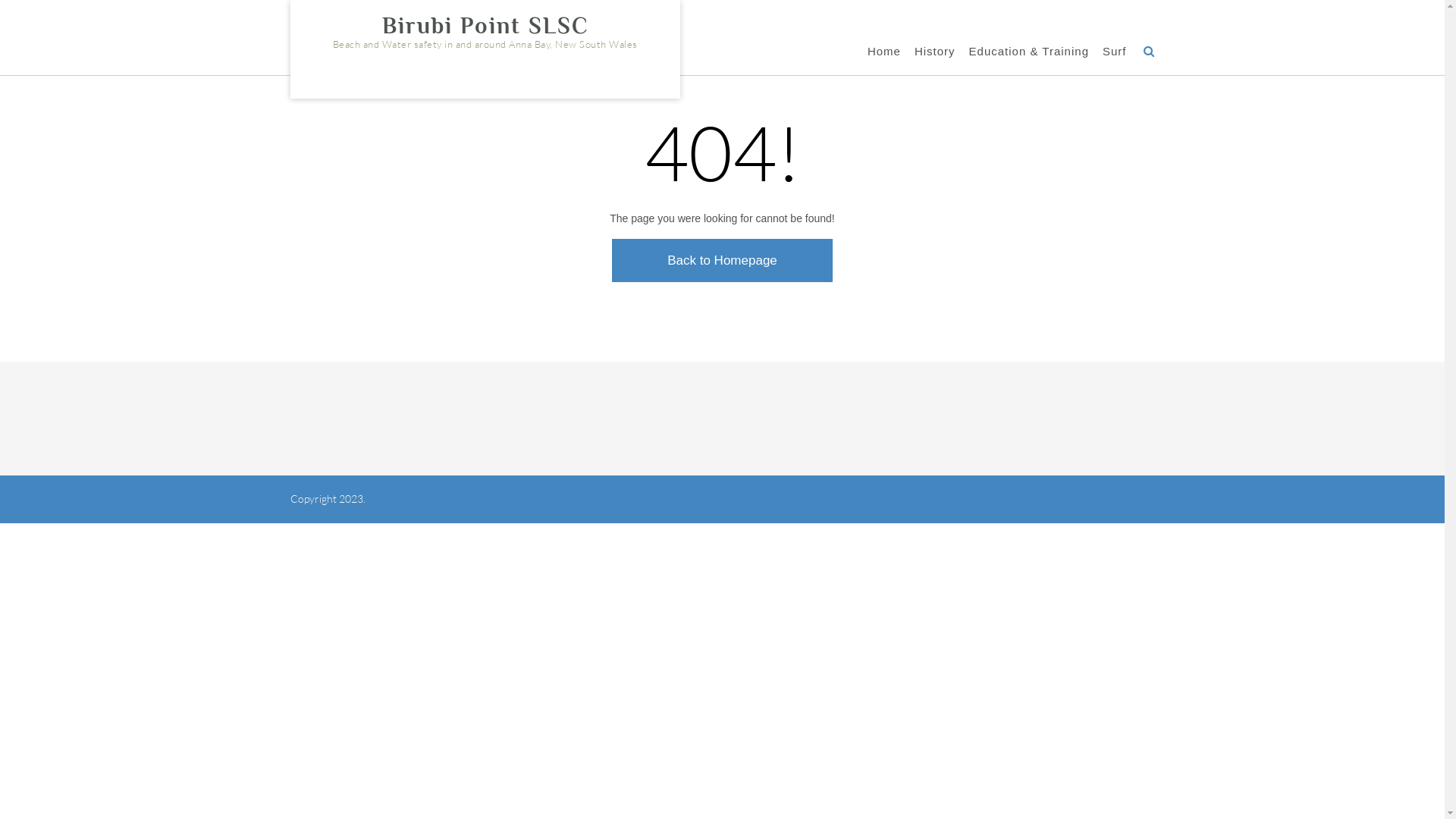  I want to click on 'Home', so click(867, 51).